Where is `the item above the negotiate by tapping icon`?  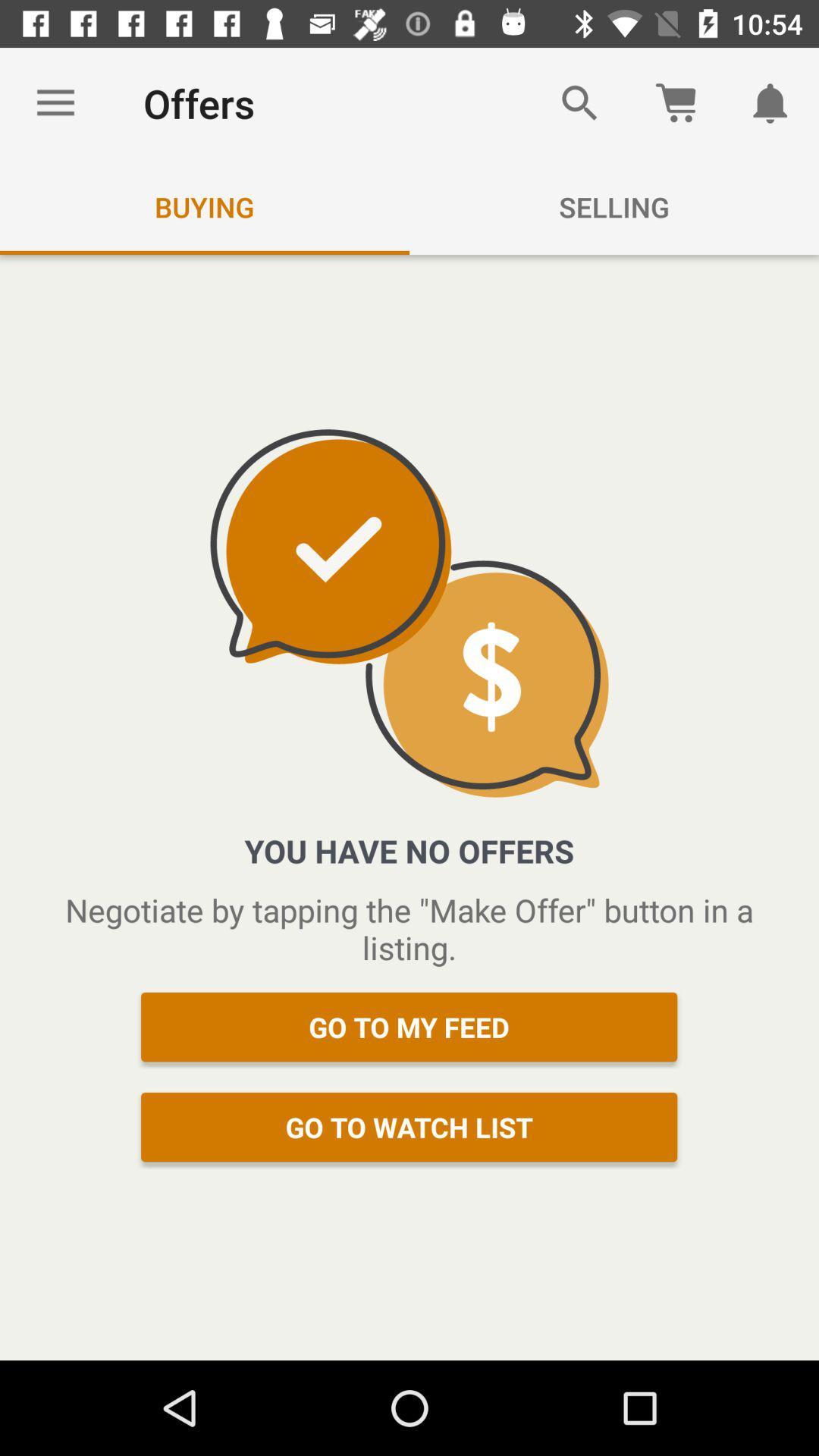 the item above the negotiate by tapping icon is located at coordinates (771, 102).